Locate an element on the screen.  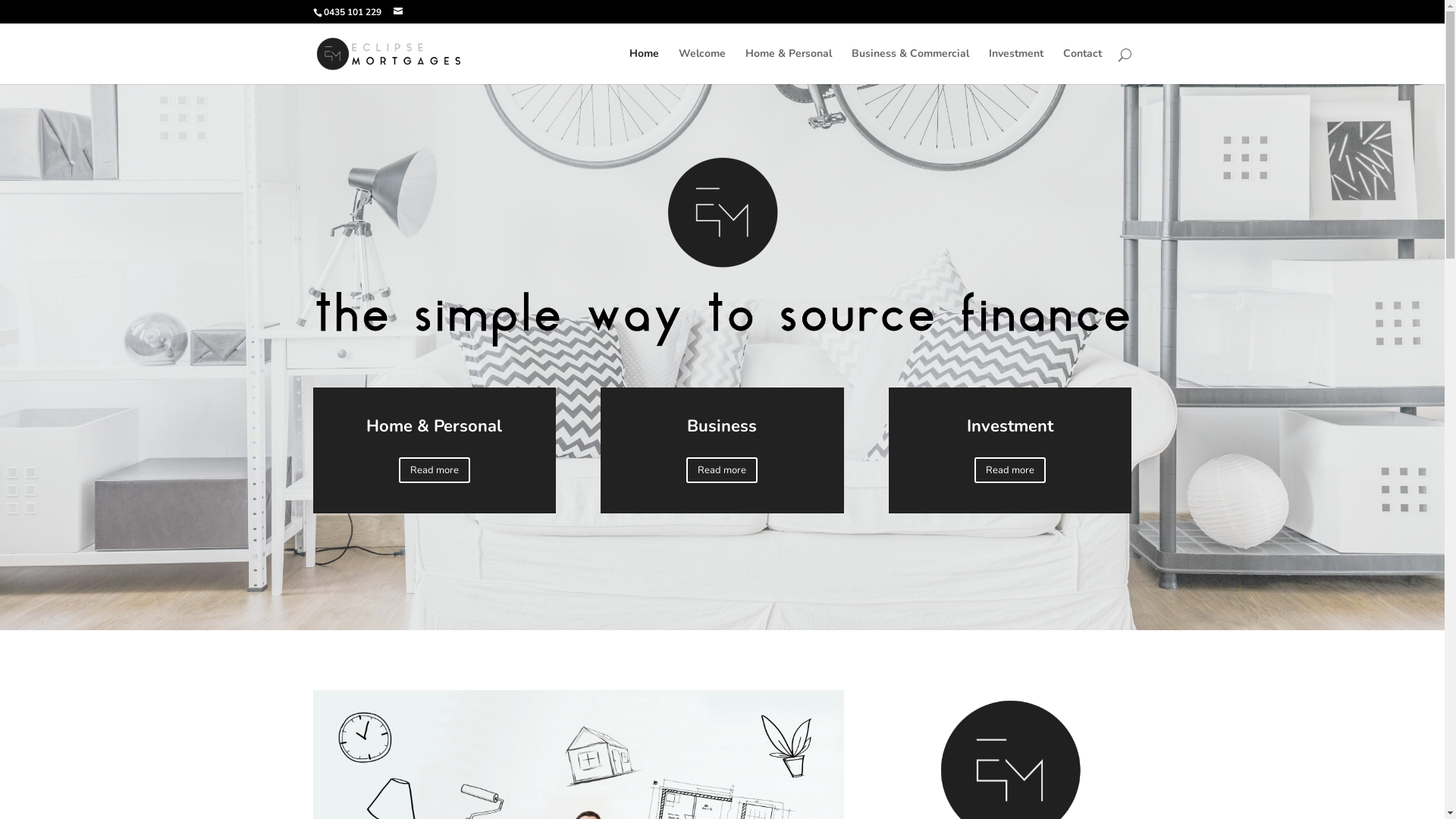
'Business & Commercial' is located at coordinates (909, 65).